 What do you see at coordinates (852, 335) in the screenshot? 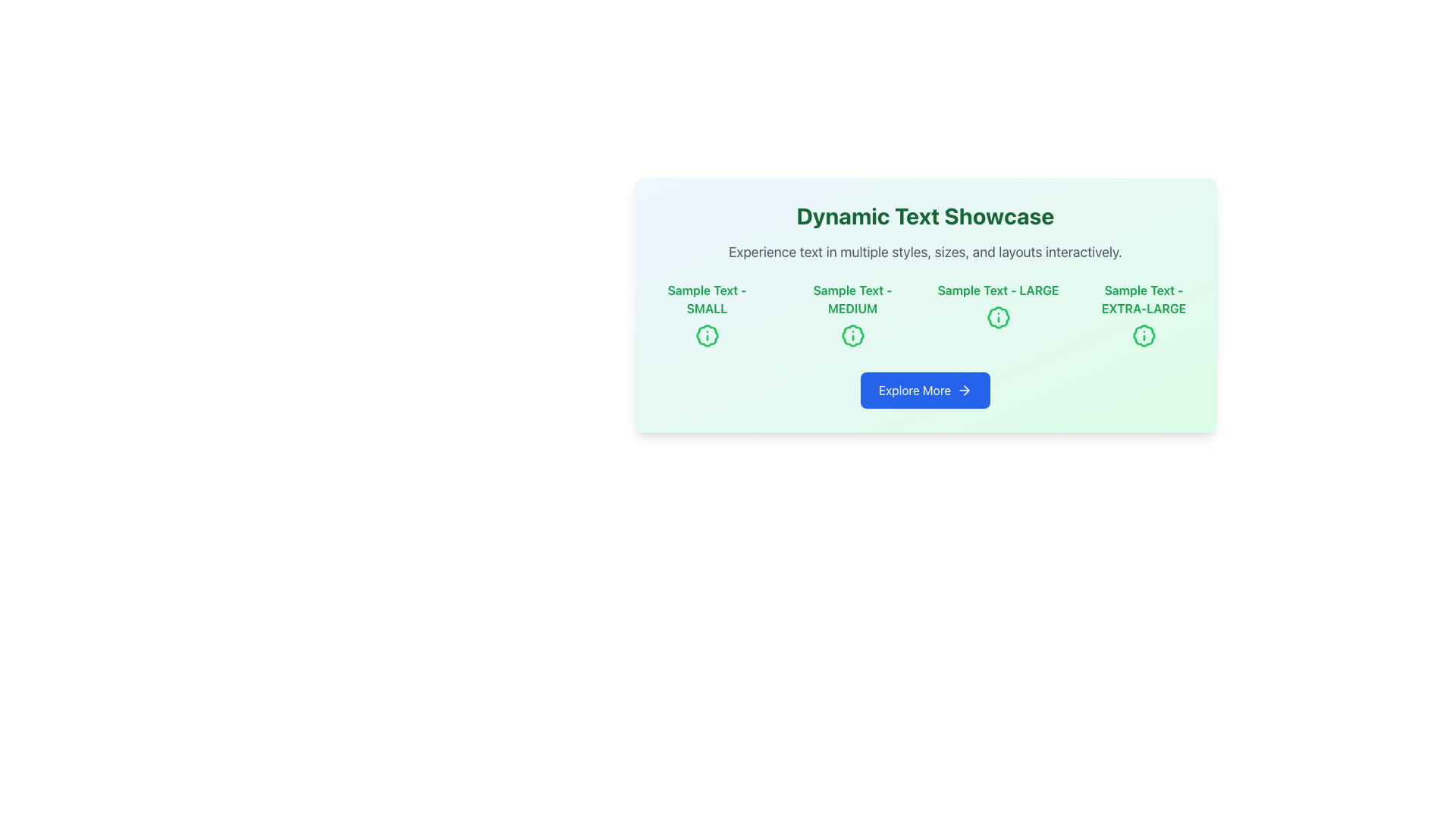
I see `the 'MEDIUM' badge graphical icon located above the label in the 'Dynamic Text Showcase' section to inspect its functionality` at bounding box center [852, 335].